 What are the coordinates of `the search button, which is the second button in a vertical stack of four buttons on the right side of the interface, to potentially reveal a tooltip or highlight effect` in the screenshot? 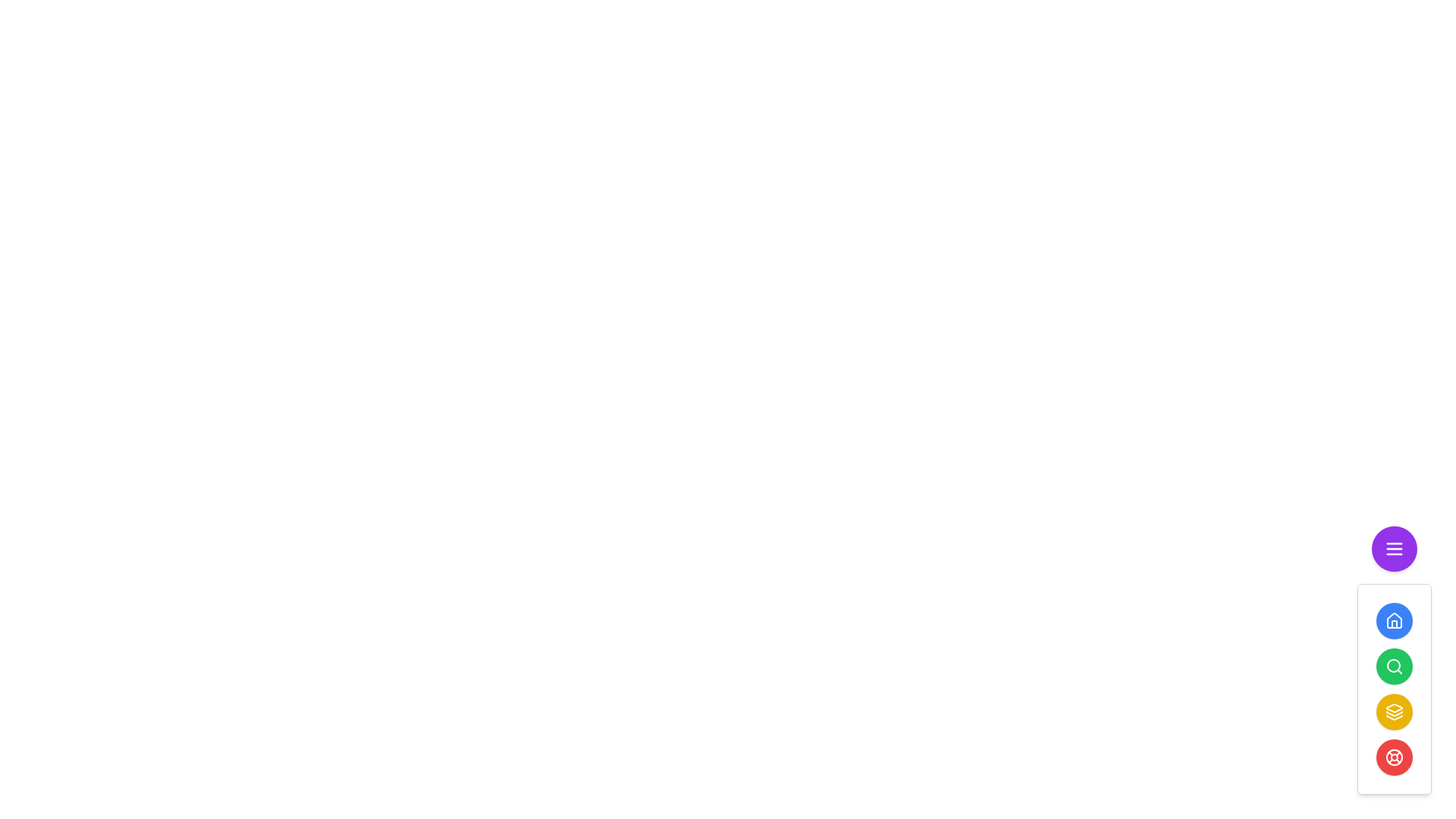 It's located at (1394, 666).